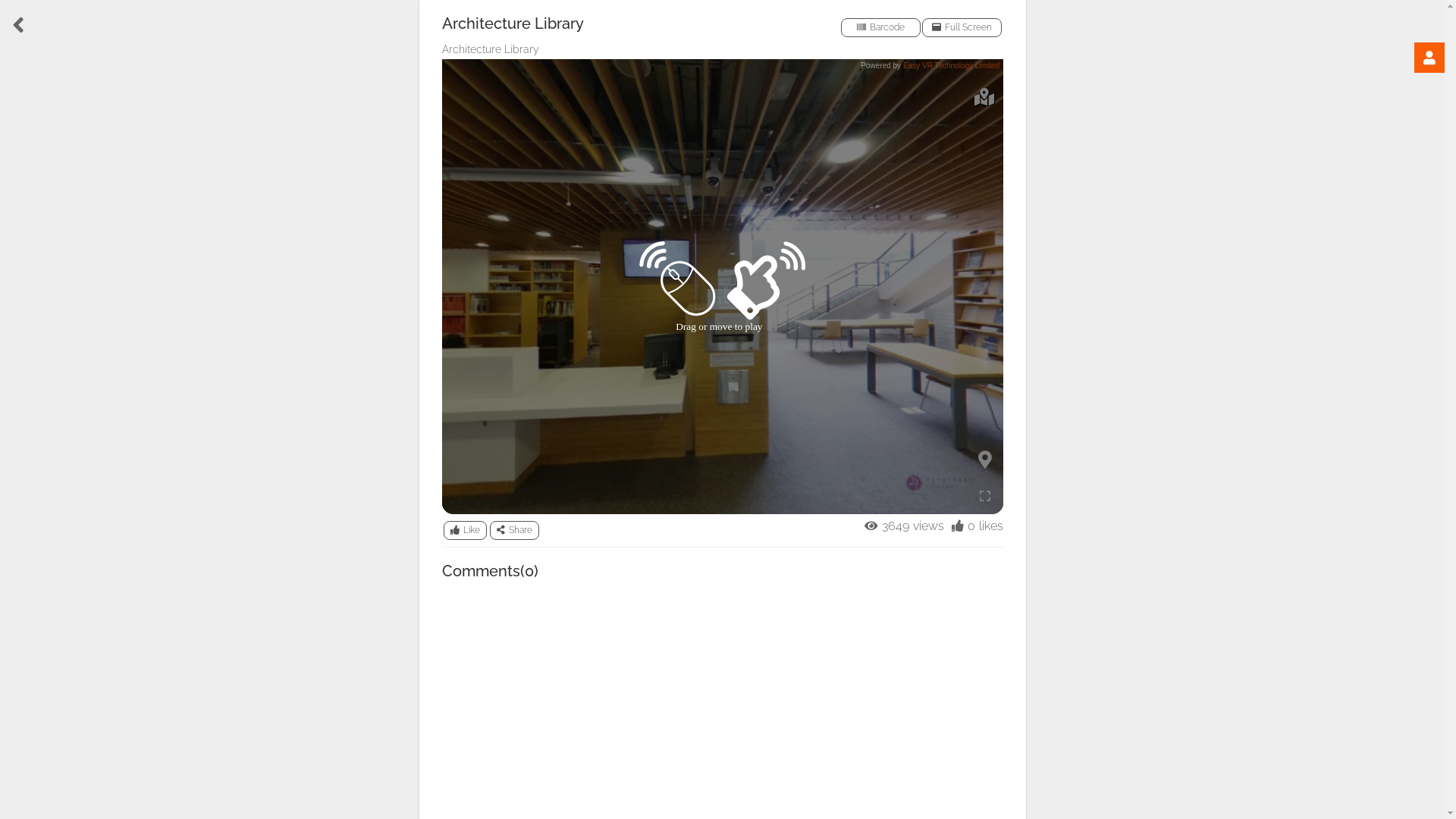  I want to click on 'Full Screen', so click(921, 27).